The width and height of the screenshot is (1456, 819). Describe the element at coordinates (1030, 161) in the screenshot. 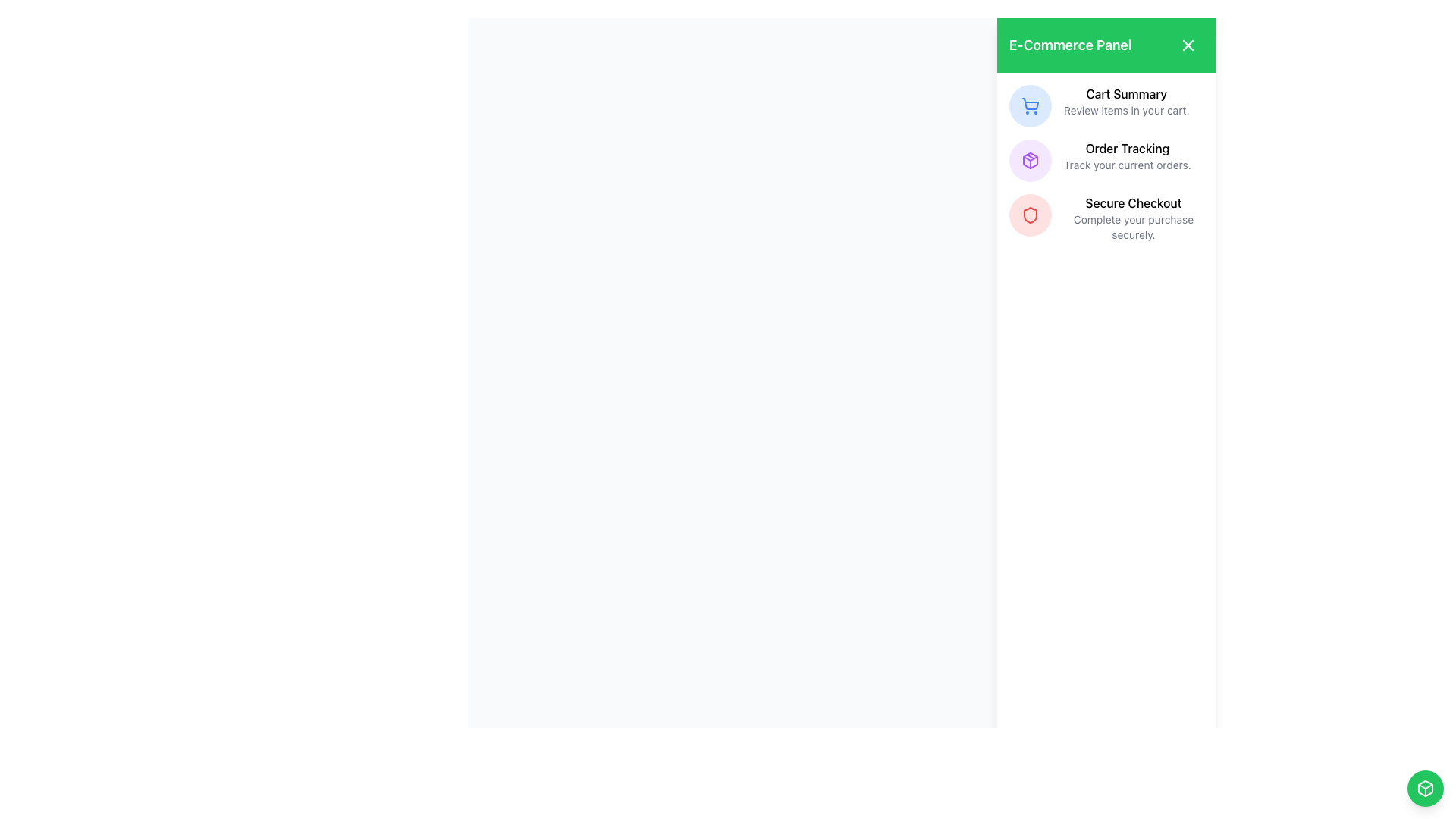

I see `the second icon in the E-Commerce Panel that represents 'Order Tracking'` at that location.